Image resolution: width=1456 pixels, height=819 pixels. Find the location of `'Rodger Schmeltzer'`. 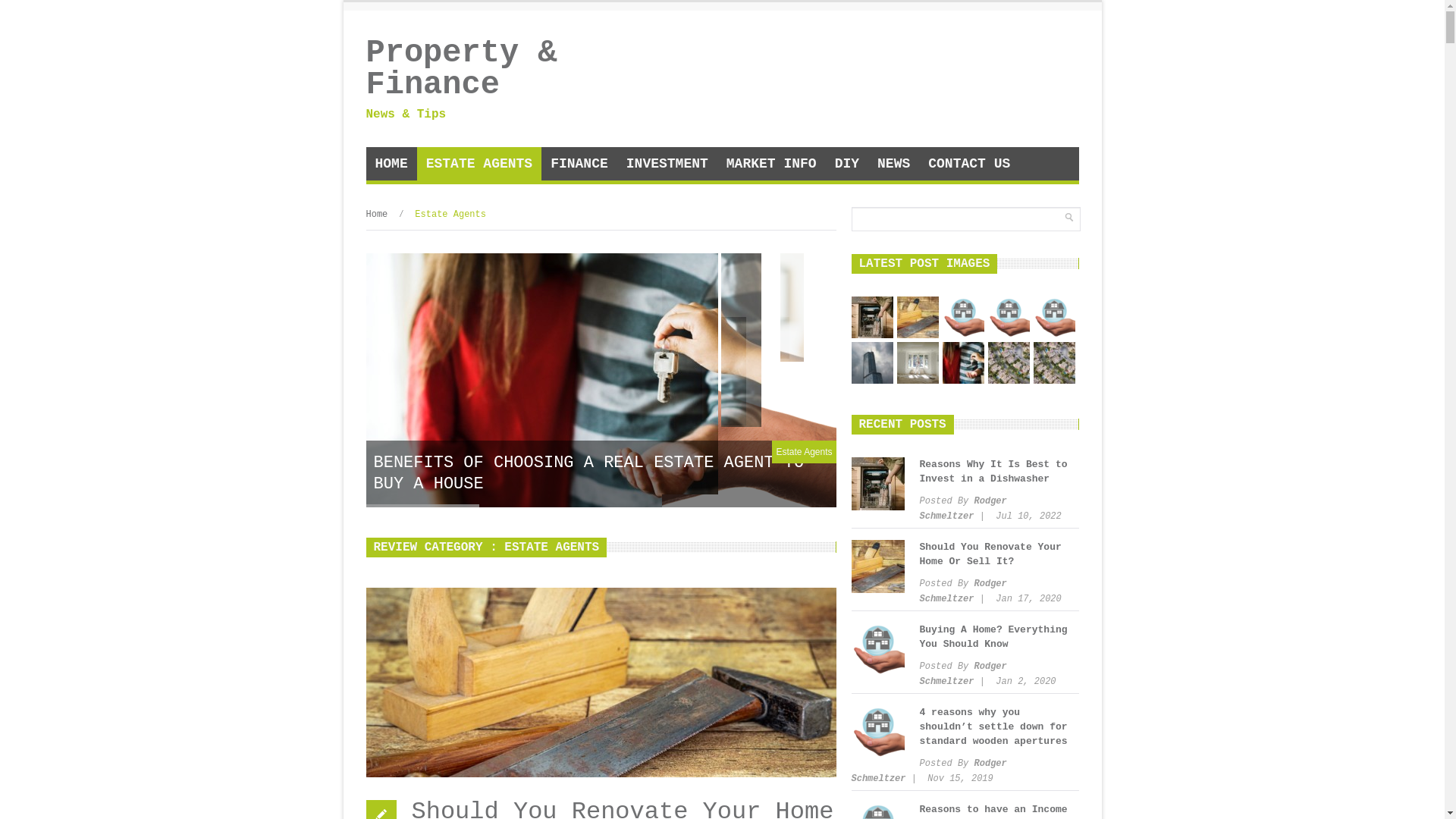

'Rodger Schmeltzer' is located at coordinates (962, 509).